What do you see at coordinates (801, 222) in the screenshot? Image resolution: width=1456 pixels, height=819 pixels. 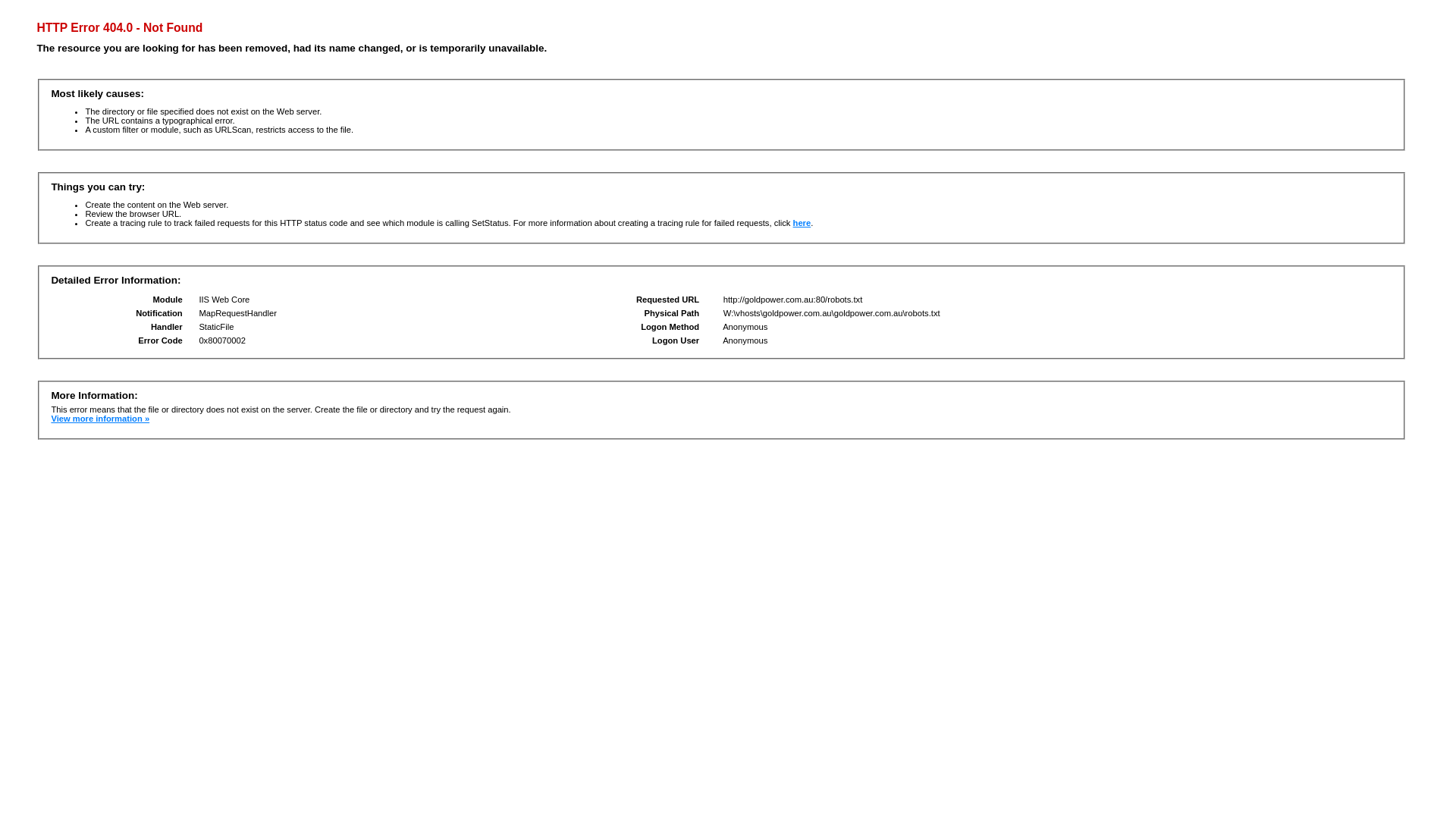 I see `'here'` at bounding box center [801, 222].